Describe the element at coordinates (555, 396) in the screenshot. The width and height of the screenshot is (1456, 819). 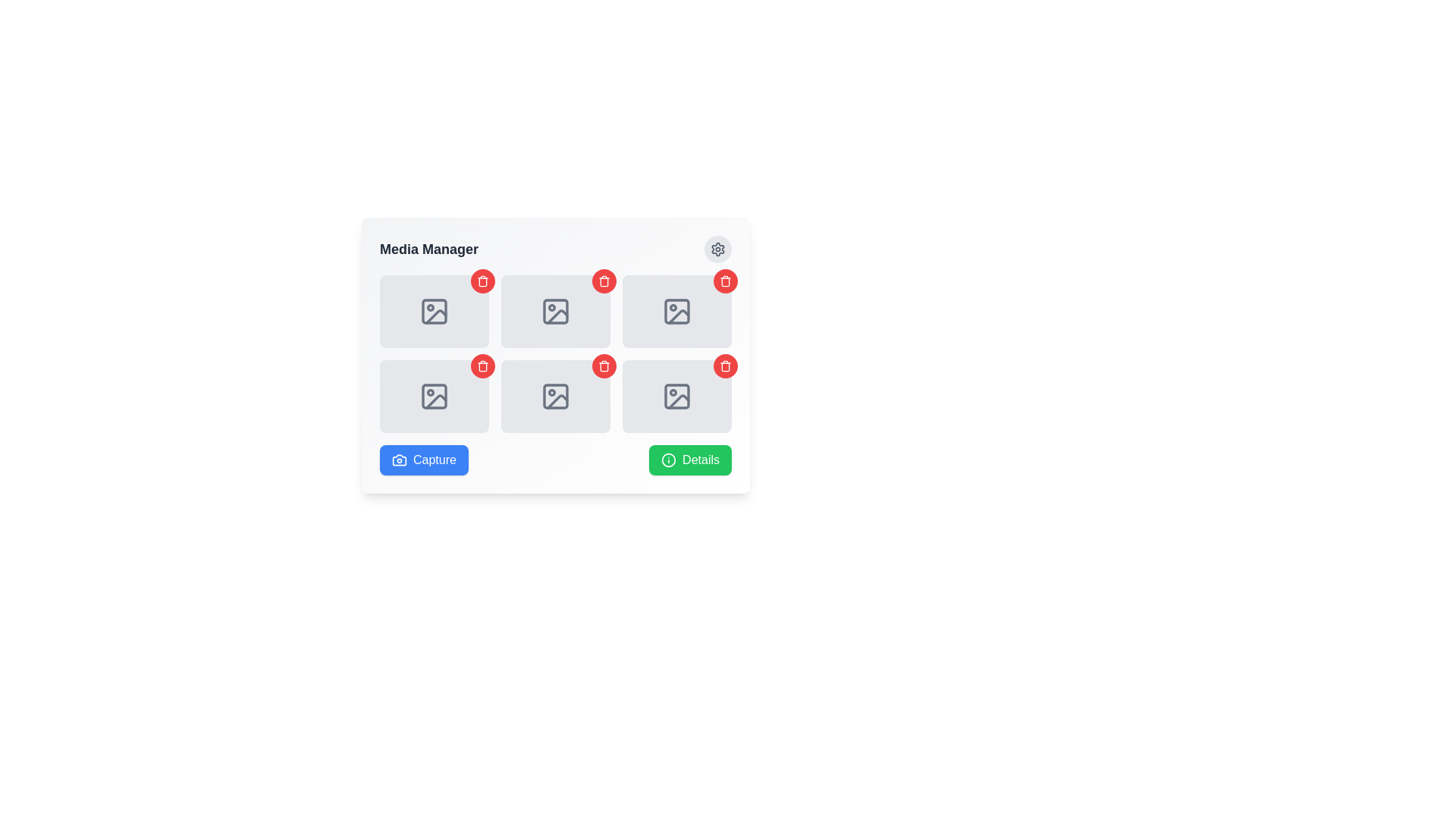
I see `the media icon located in the bottom-left item of the 2x3 grid layout, which is adjacent` at that location.